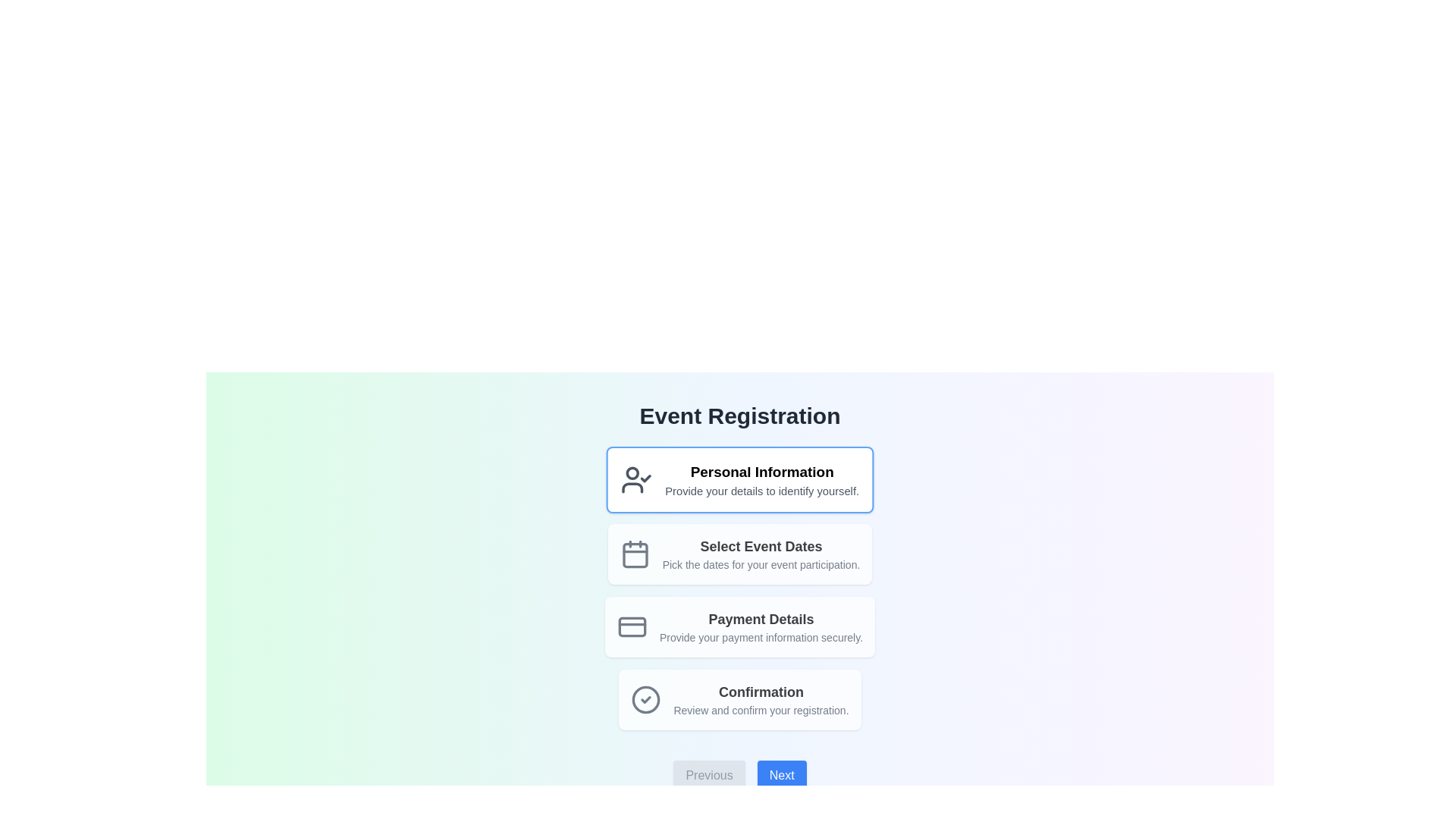  Describe the element at coordinates (761, 711) in the screenshot. I see `text component displaying 'Review and confirm your registration.' located below the title 'Confirmation' in the registration confirmation step` at that location.